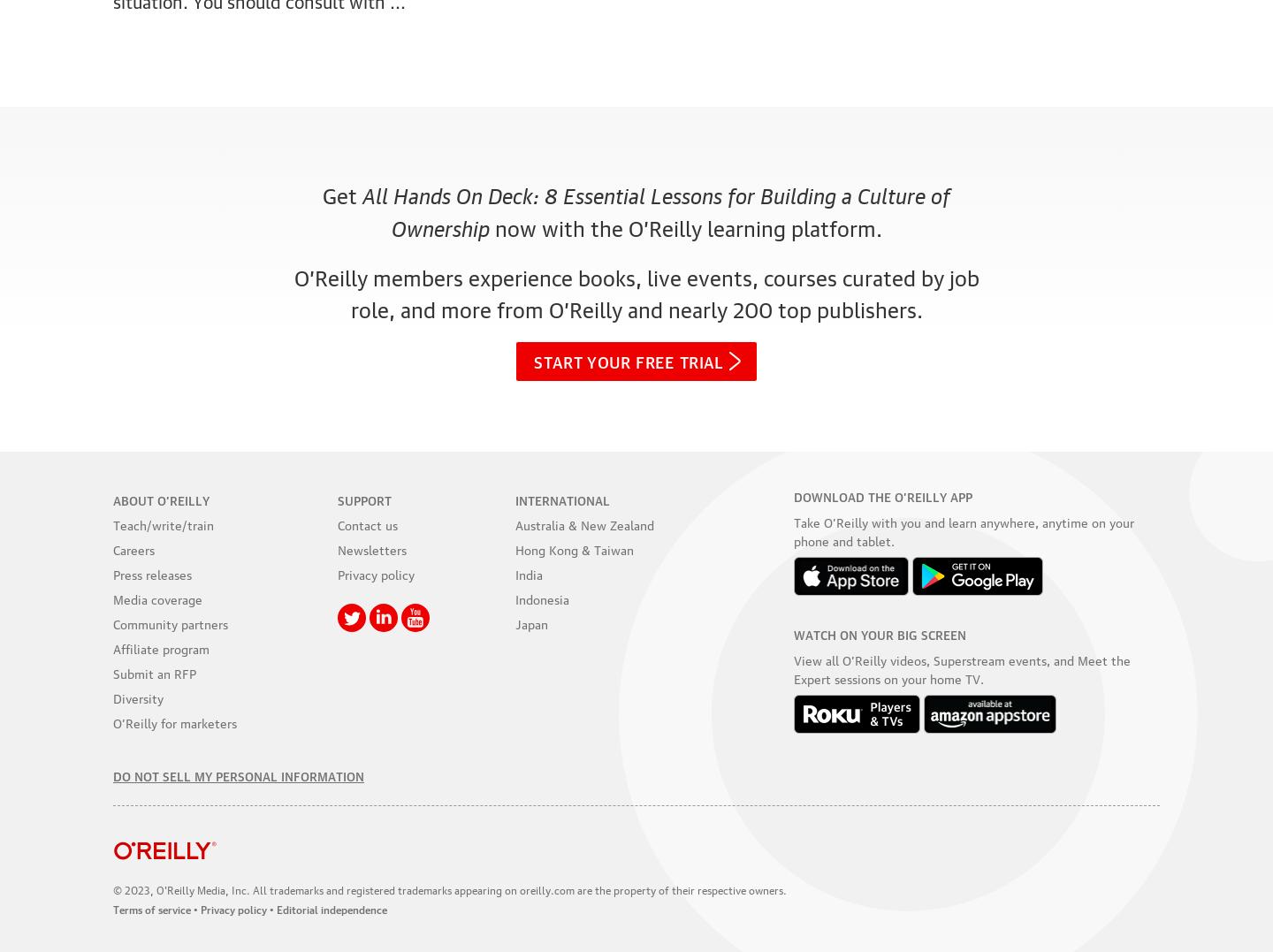  What do you see at coordinates (584, 522) in the screenshot?
I see `'Australia & New Zealand'` at bounding box center [584, 522].